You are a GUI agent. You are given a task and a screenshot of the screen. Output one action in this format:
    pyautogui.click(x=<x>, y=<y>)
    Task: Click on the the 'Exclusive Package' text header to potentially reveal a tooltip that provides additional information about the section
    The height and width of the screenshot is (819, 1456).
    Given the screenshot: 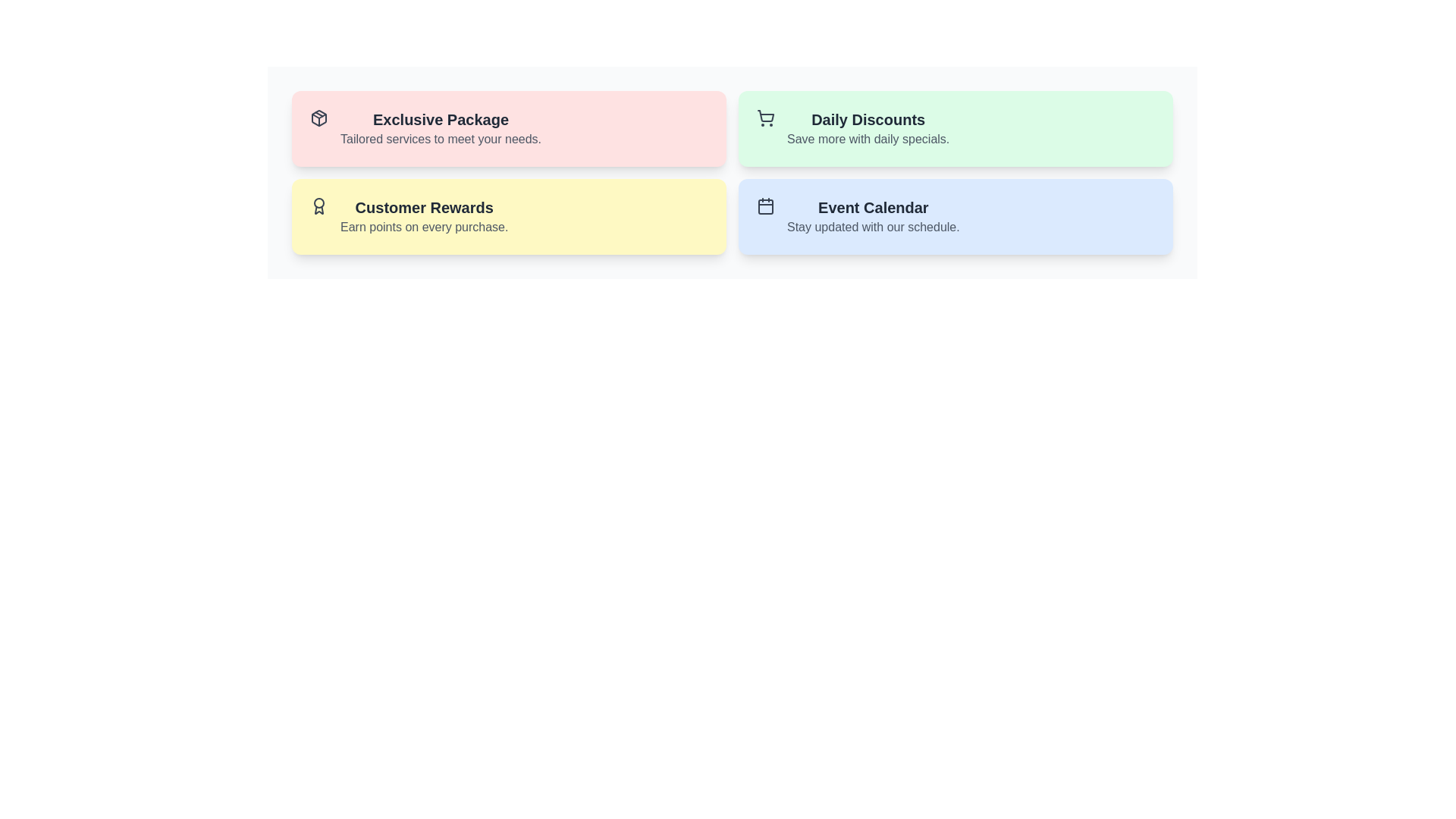 What is the action you would take?
    pyautogui.click(x=440, y=127)
    